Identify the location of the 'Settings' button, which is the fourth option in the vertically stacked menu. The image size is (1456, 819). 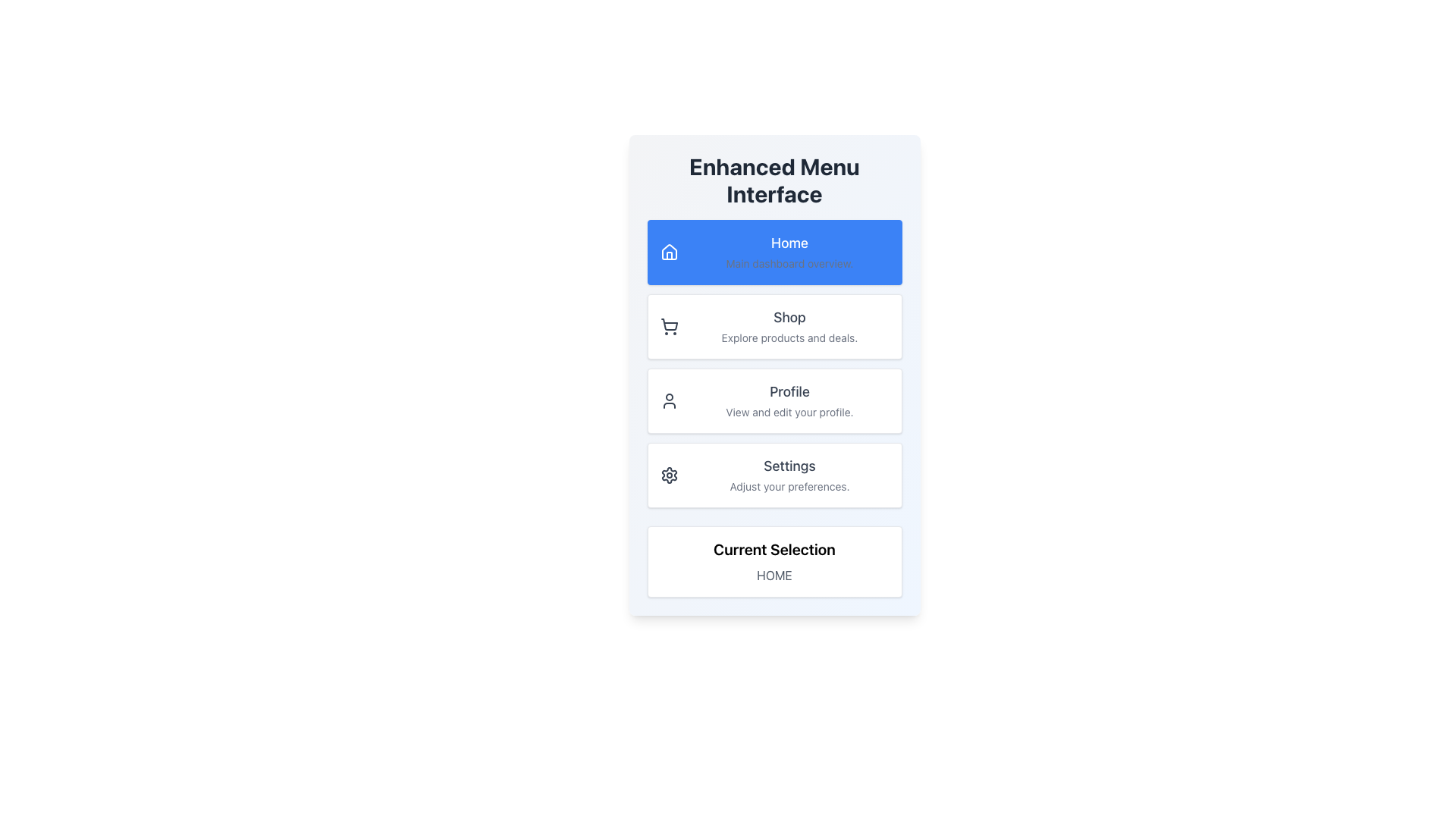
(774, 475).